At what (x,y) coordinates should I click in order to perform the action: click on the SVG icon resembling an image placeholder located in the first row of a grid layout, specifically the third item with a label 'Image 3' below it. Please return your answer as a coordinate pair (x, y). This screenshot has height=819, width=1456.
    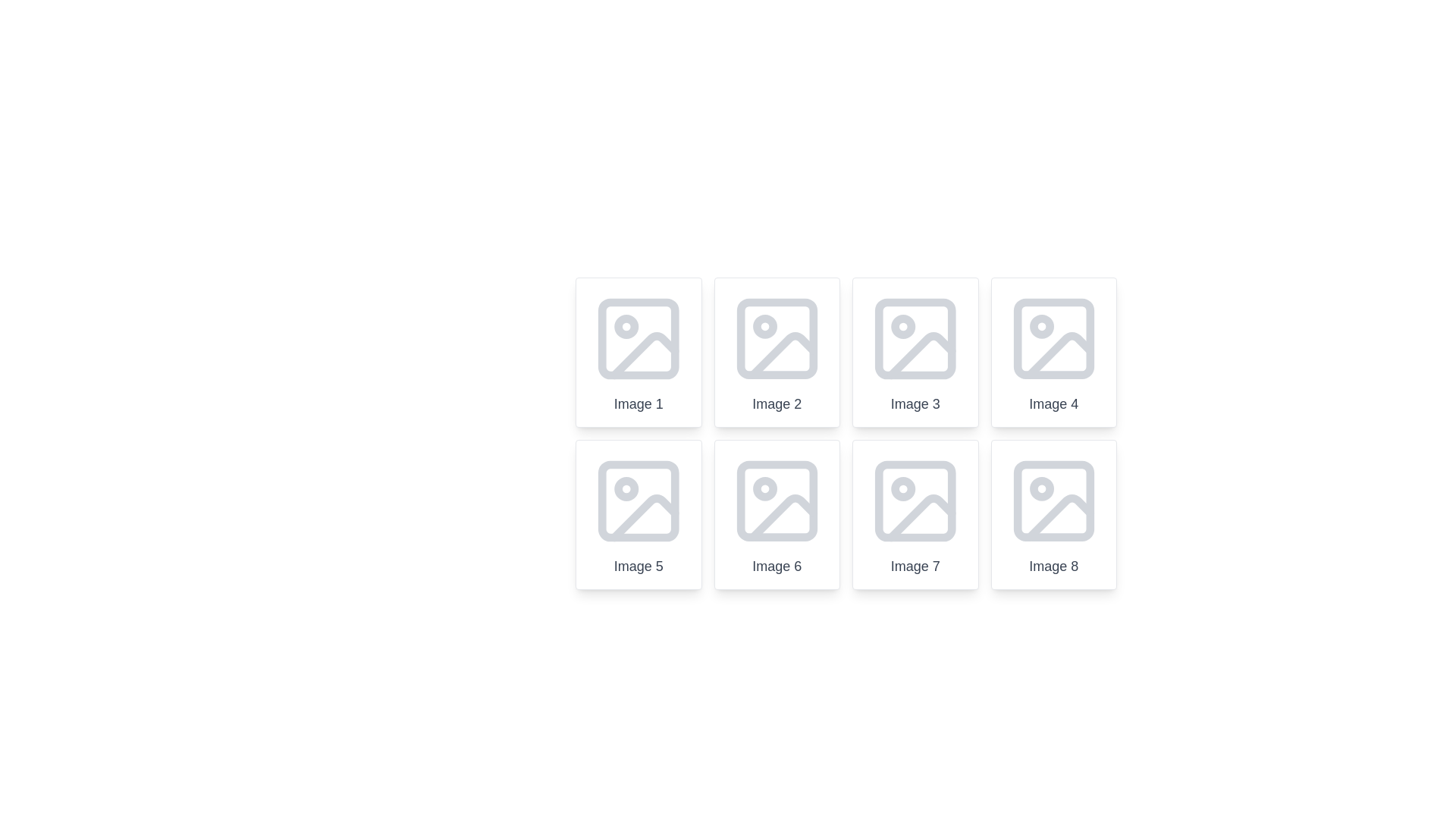
    Looking at the image, I should click on (915, 338).